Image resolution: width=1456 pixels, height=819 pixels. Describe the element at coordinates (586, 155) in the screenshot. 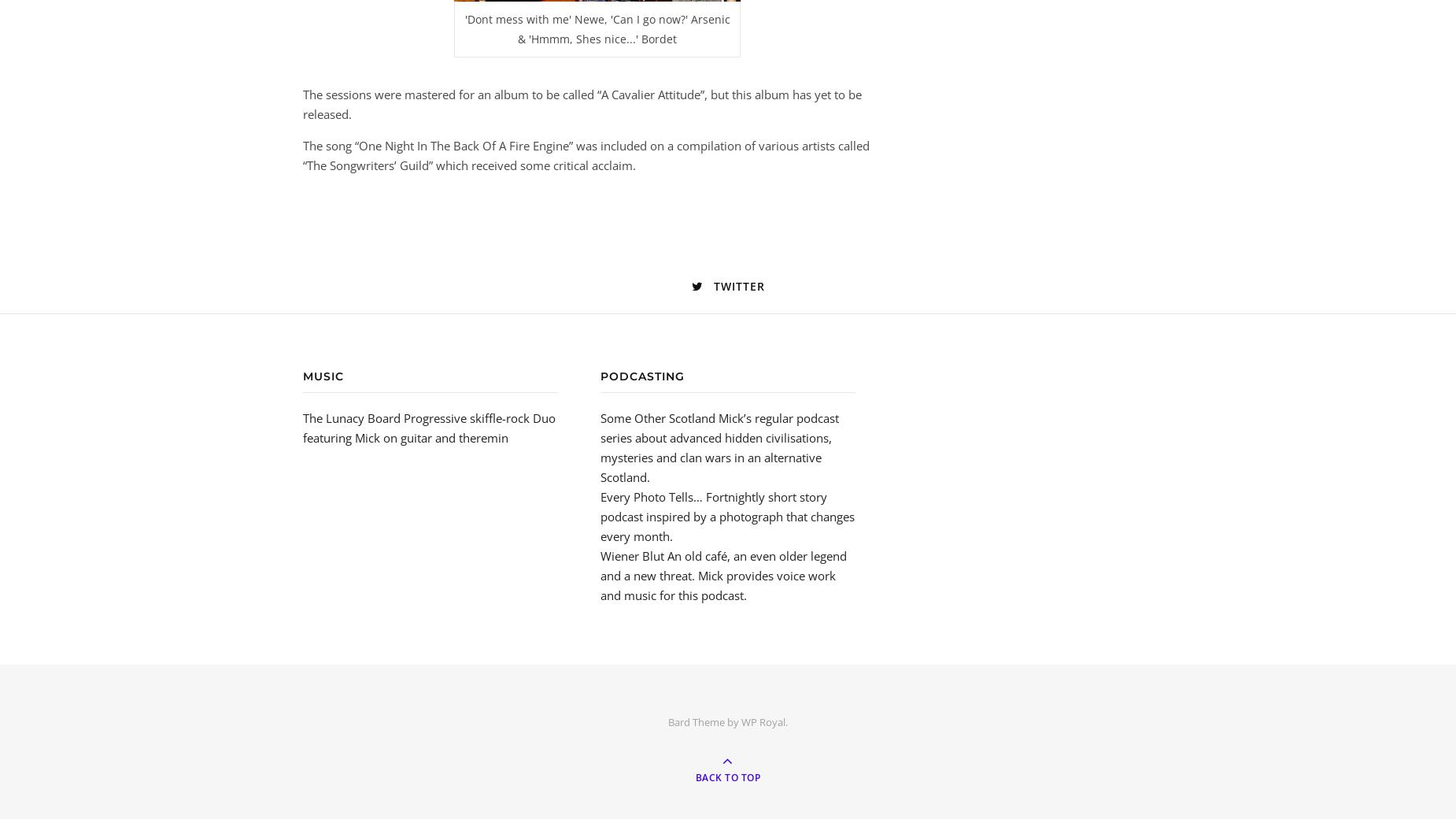

I see `'The song “One Night In The Back Of A Fire Engine” was included on a compilation of various artists called “The Songwriters’ Guild” which received some critical acclaim.'` at that location.